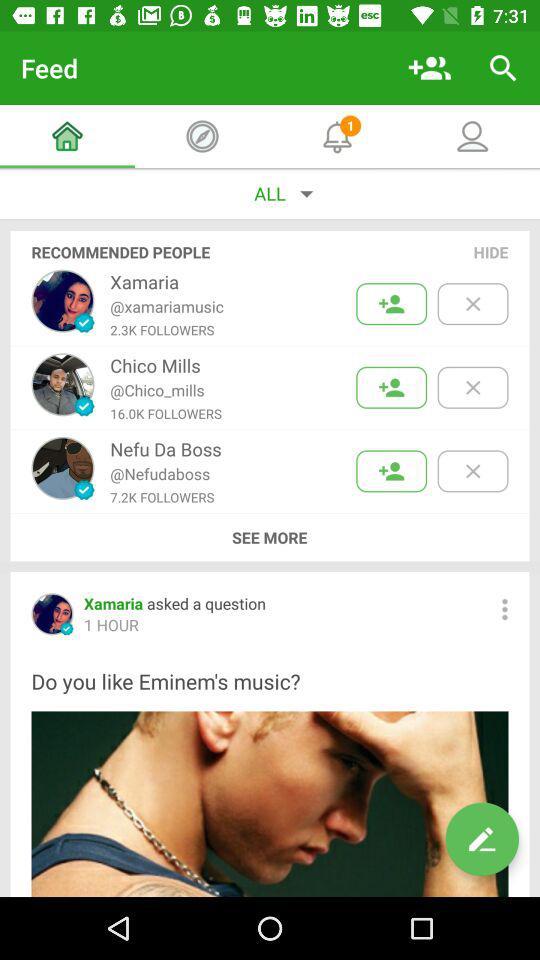 Image resolution: width=540 pixels, height=960 pixels. What do you see at coordinates (472, 386) in the screenshot?
I see `hide this particular name and picture` at bounding box center [472, 386].